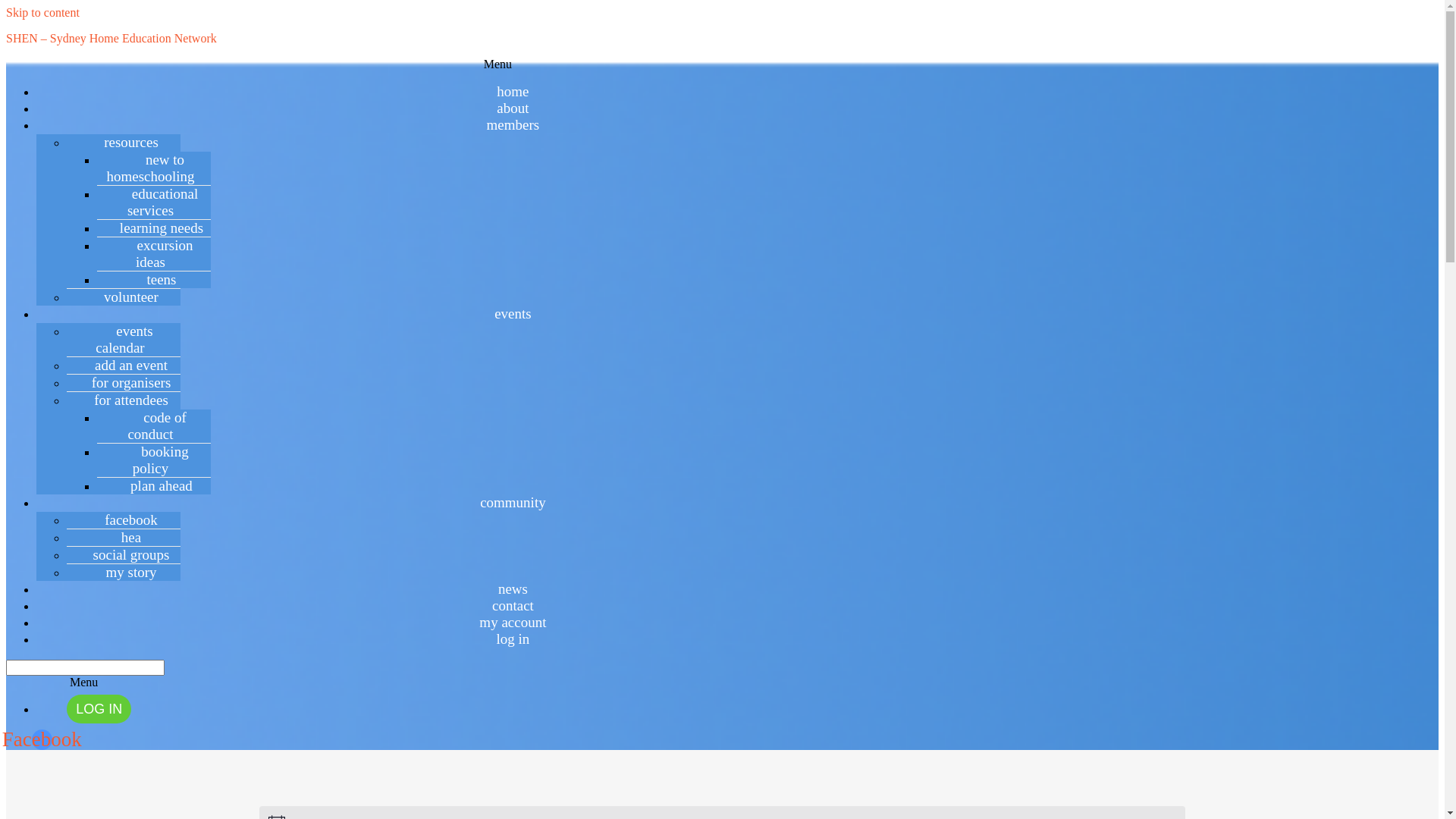  Describe the element at coordinates (42, 739) in the screenshot. I see `'Facebook'` at that location.